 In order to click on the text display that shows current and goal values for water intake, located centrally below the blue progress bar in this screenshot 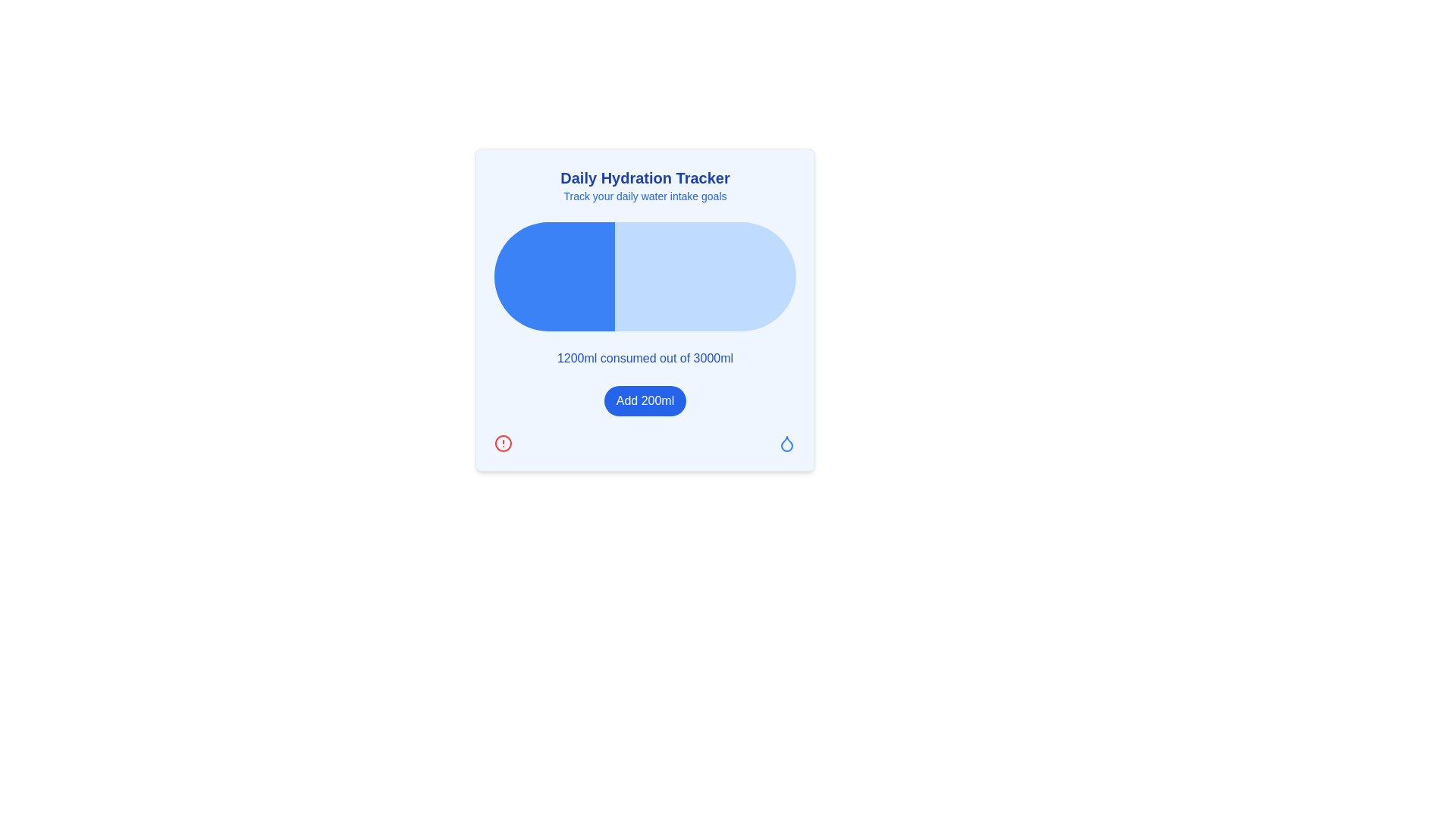, I will do `click(645, 359)`.